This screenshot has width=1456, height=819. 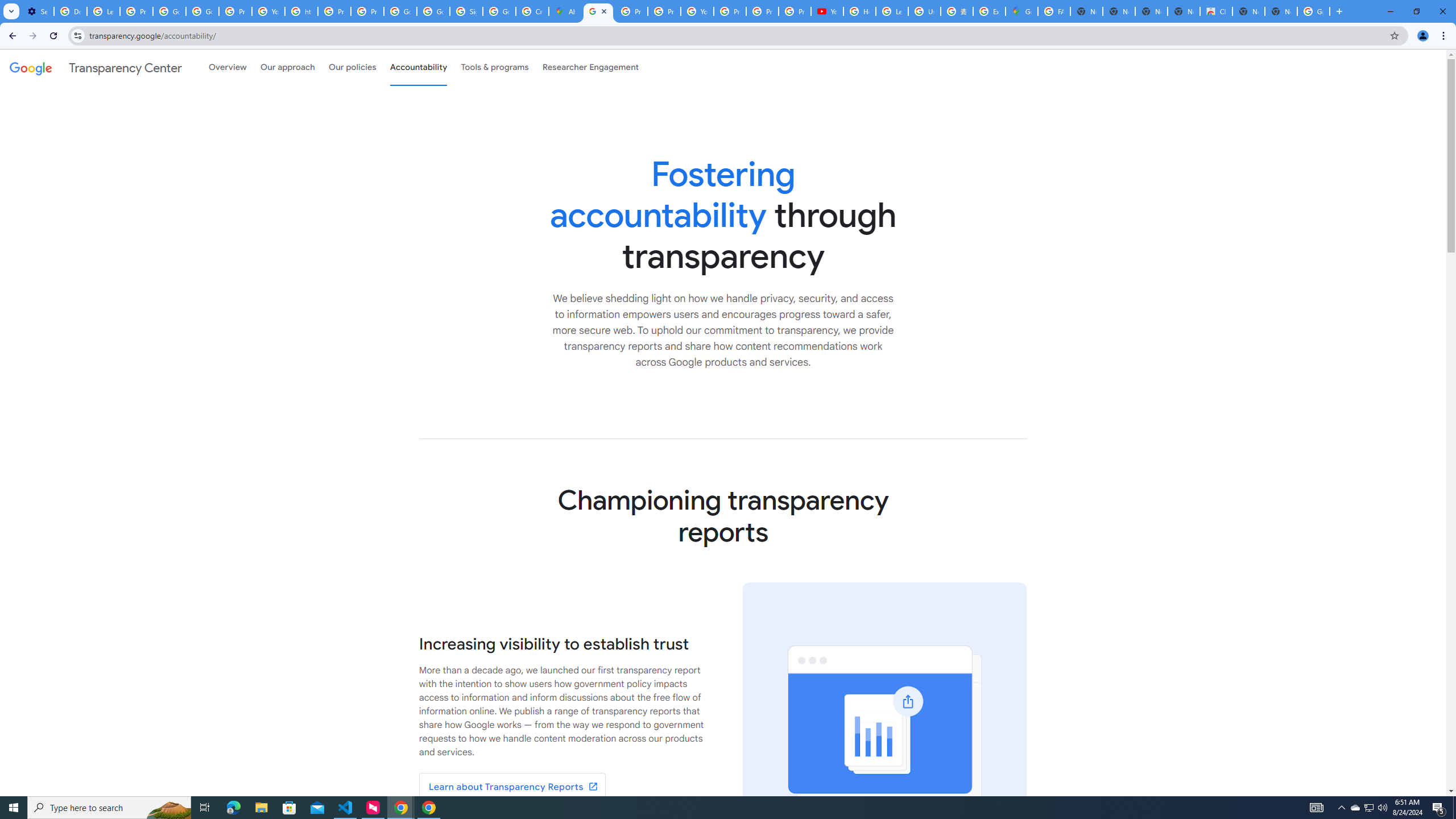 What do you see at coordinates (466, 11) in the screenshot?
I see `'Sign in - Google Accounts'` at bounding box center [466, 11].